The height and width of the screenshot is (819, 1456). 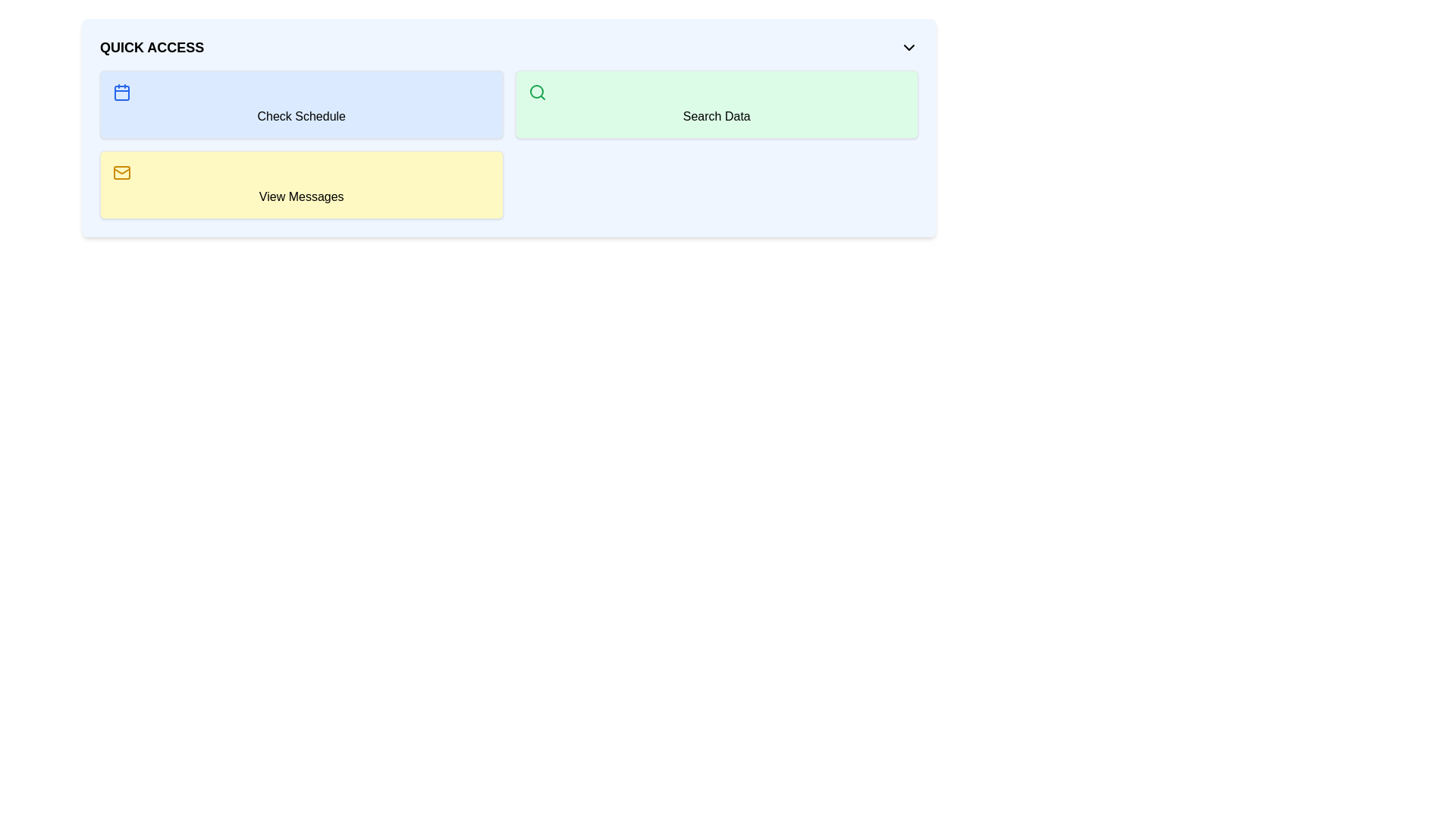 I want to click on the envelope icon with a yellow border located at the top-left corner of the 'View Messages' button under the 'Quick Access' header, so click(x=122, y=171).